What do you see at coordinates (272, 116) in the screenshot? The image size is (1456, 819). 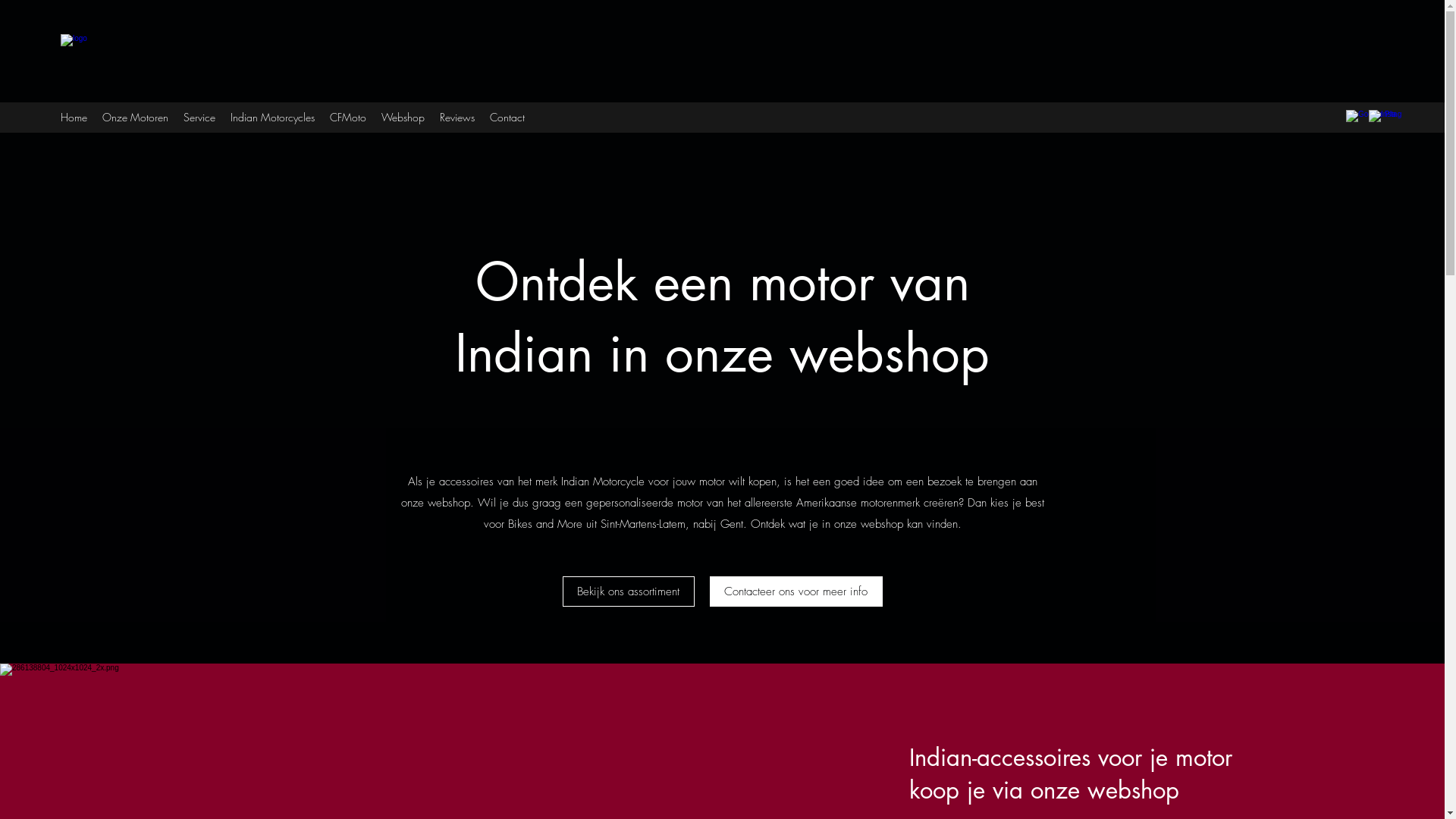 I see `'Indian Motorcycles'` at bounding box center [272, 116].